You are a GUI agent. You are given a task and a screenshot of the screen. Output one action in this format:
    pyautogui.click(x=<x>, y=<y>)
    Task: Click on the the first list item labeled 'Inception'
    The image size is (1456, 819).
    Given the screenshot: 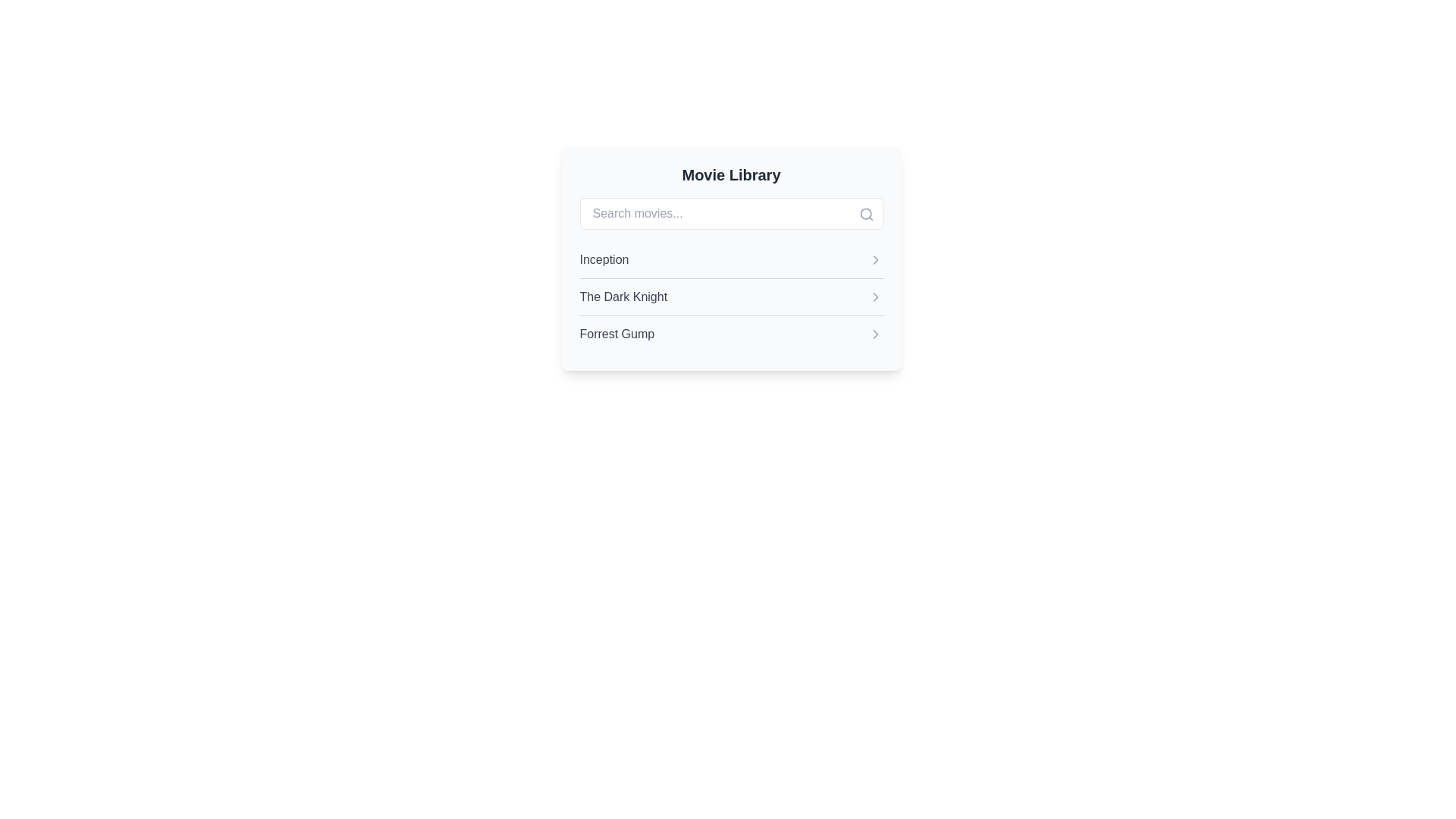 What is the action you would take?
    pyautogui.click(x=731, y=259)
    